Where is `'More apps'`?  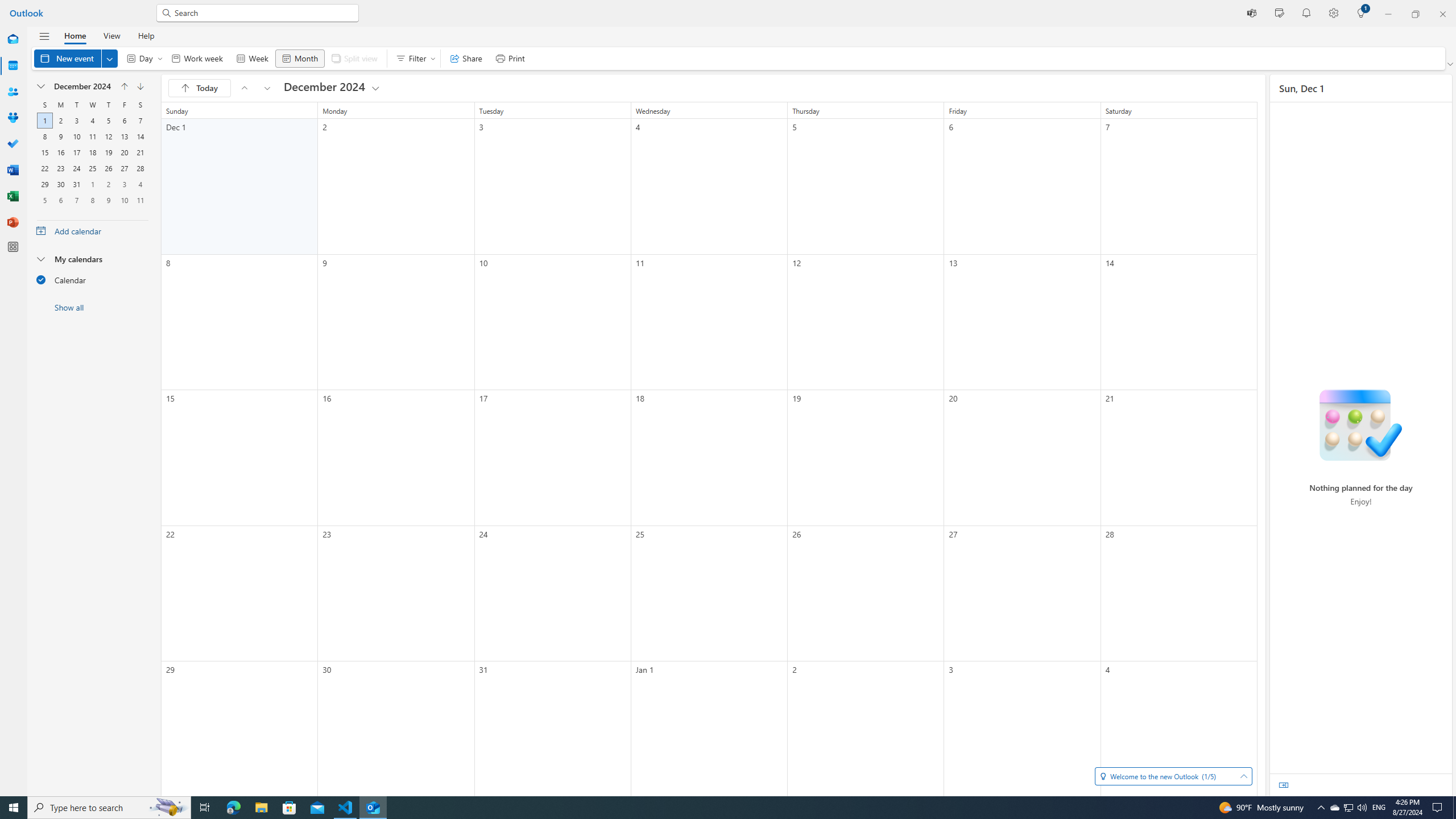
'More apps' is located at coordinates (13, 246).